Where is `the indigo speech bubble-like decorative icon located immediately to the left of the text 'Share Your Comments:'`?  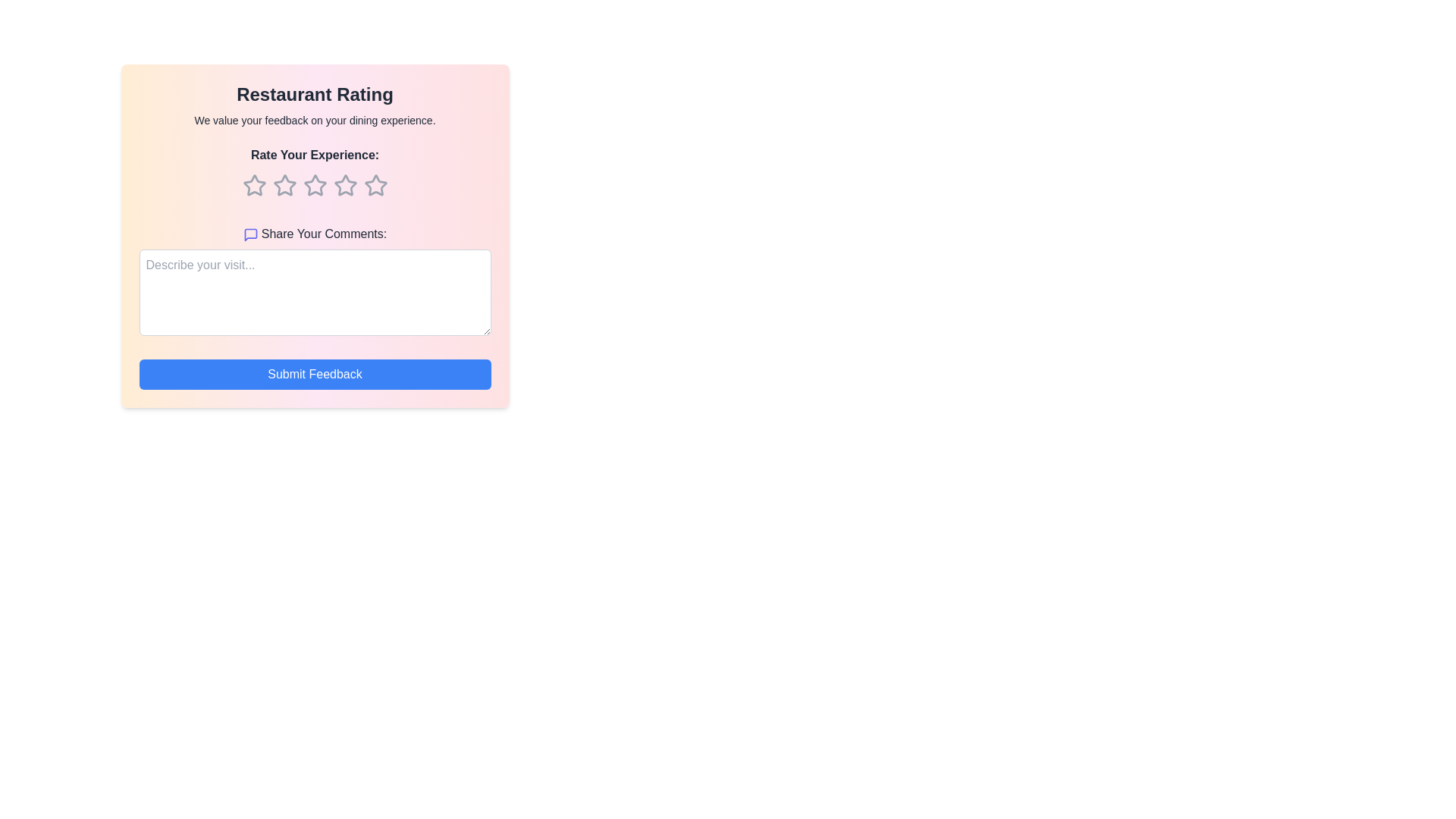 the indigo speech bubble-like decorative icon located immediately to the left of the text 'Share Your Comments:' is located at coordinates (250, 234).